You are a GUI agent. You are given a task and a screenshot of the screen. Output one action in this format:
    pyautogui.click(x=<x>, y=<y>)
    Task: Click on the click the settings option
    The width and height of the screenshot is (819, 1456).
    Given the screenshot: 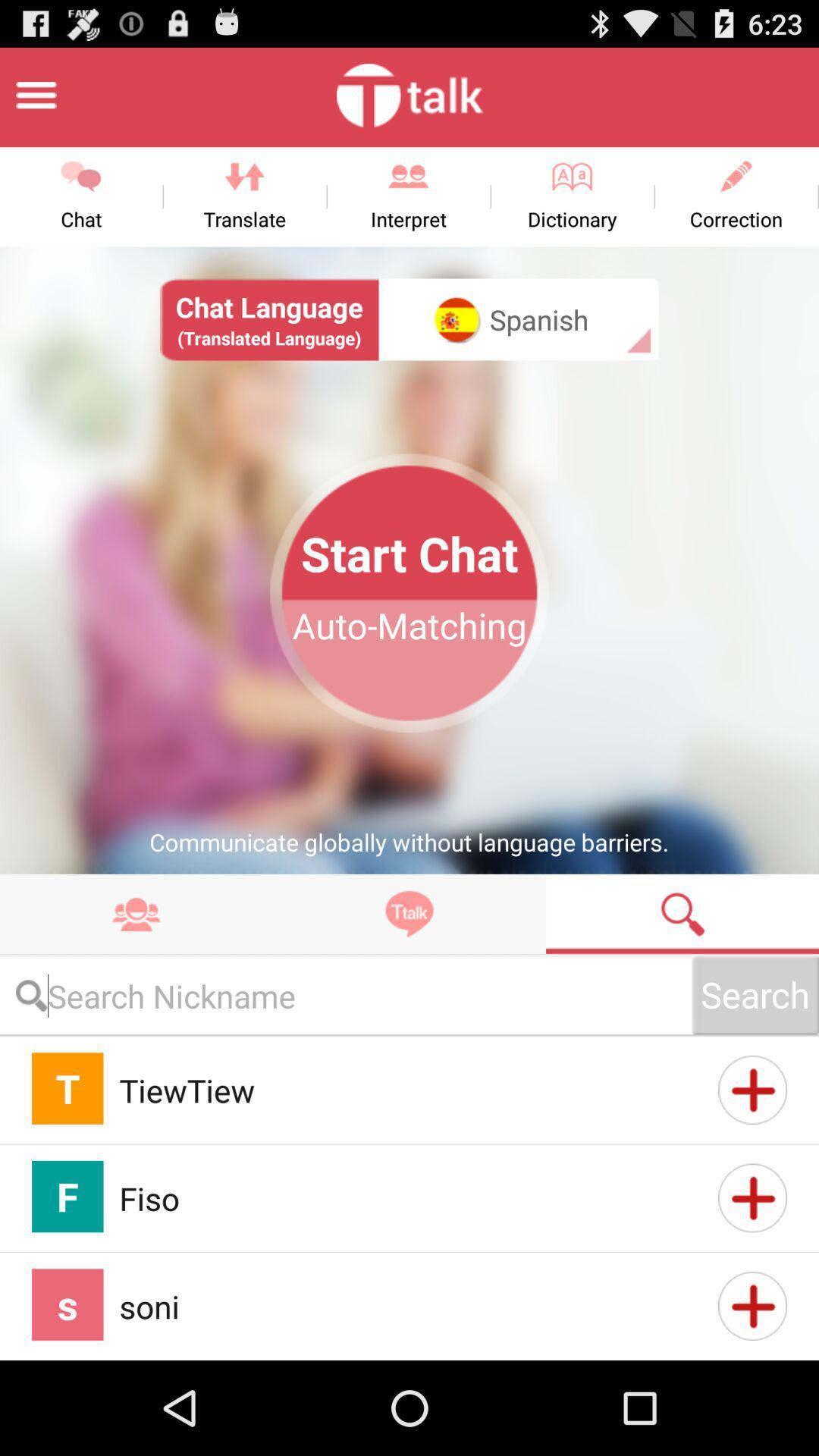 What is the action you would take?
    pyautogui.click(x=35, y=94)
    